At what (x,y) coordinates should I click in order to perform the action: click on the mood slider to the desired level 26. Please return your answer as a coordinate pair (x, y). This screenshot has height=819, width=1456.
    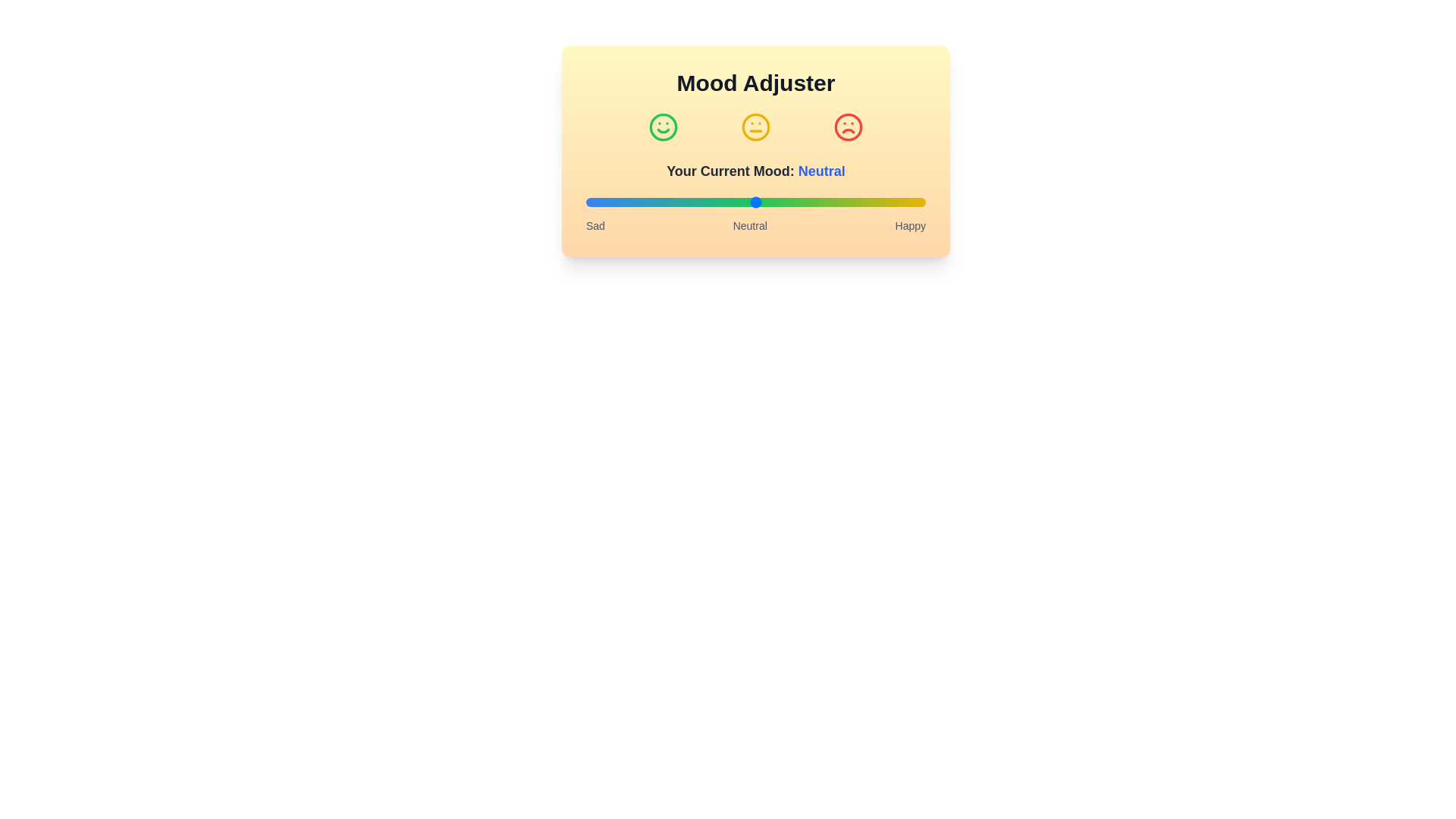
    Looking at the image, I should click on (673, 201).